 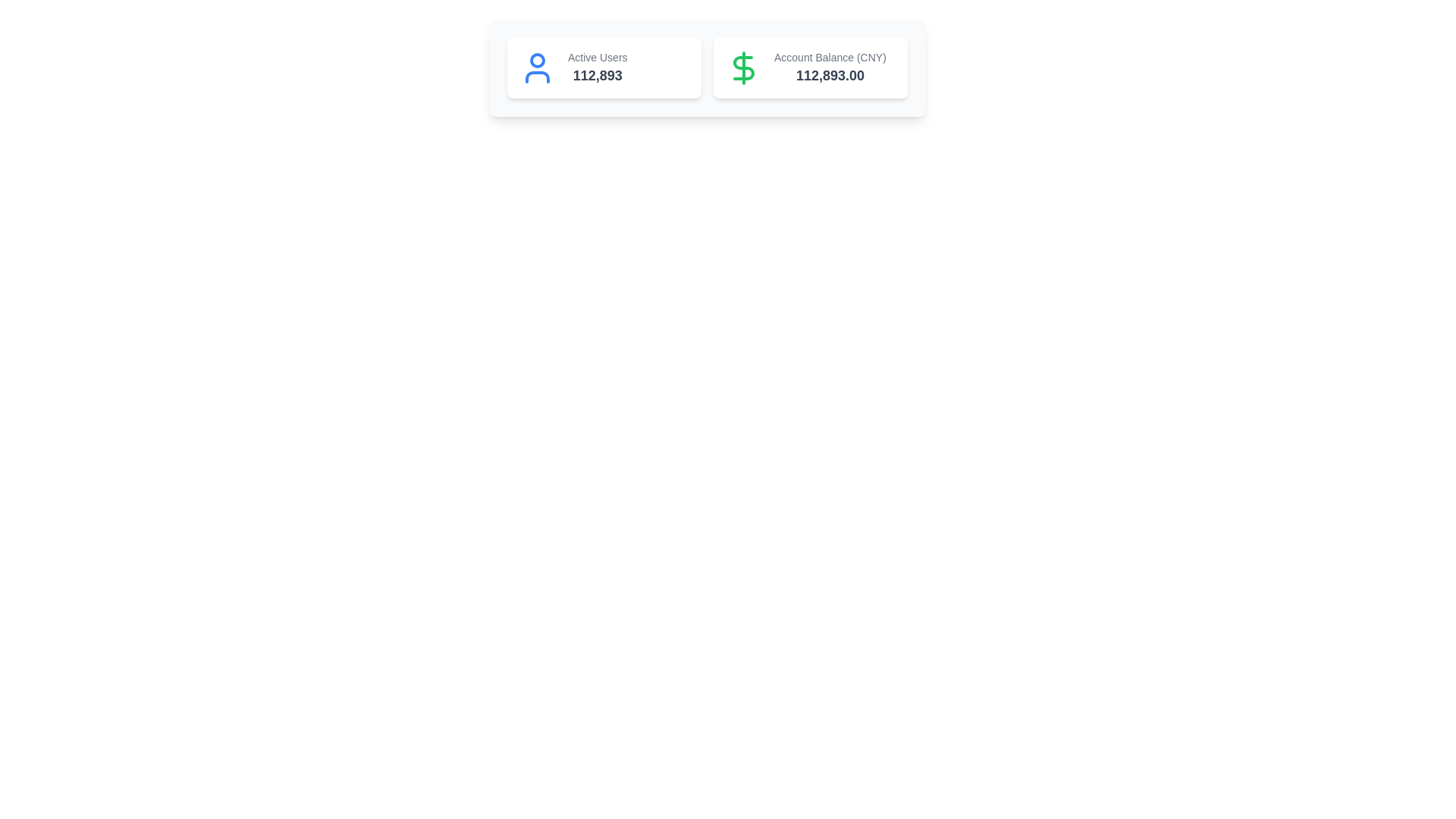 What do you see at coordinates (597, 57) in the screenshot?
I see `the 'Active Users' text label which is displayed in a small, gray font above the numerical figure '112,893'` at bounding box center [597, 57].